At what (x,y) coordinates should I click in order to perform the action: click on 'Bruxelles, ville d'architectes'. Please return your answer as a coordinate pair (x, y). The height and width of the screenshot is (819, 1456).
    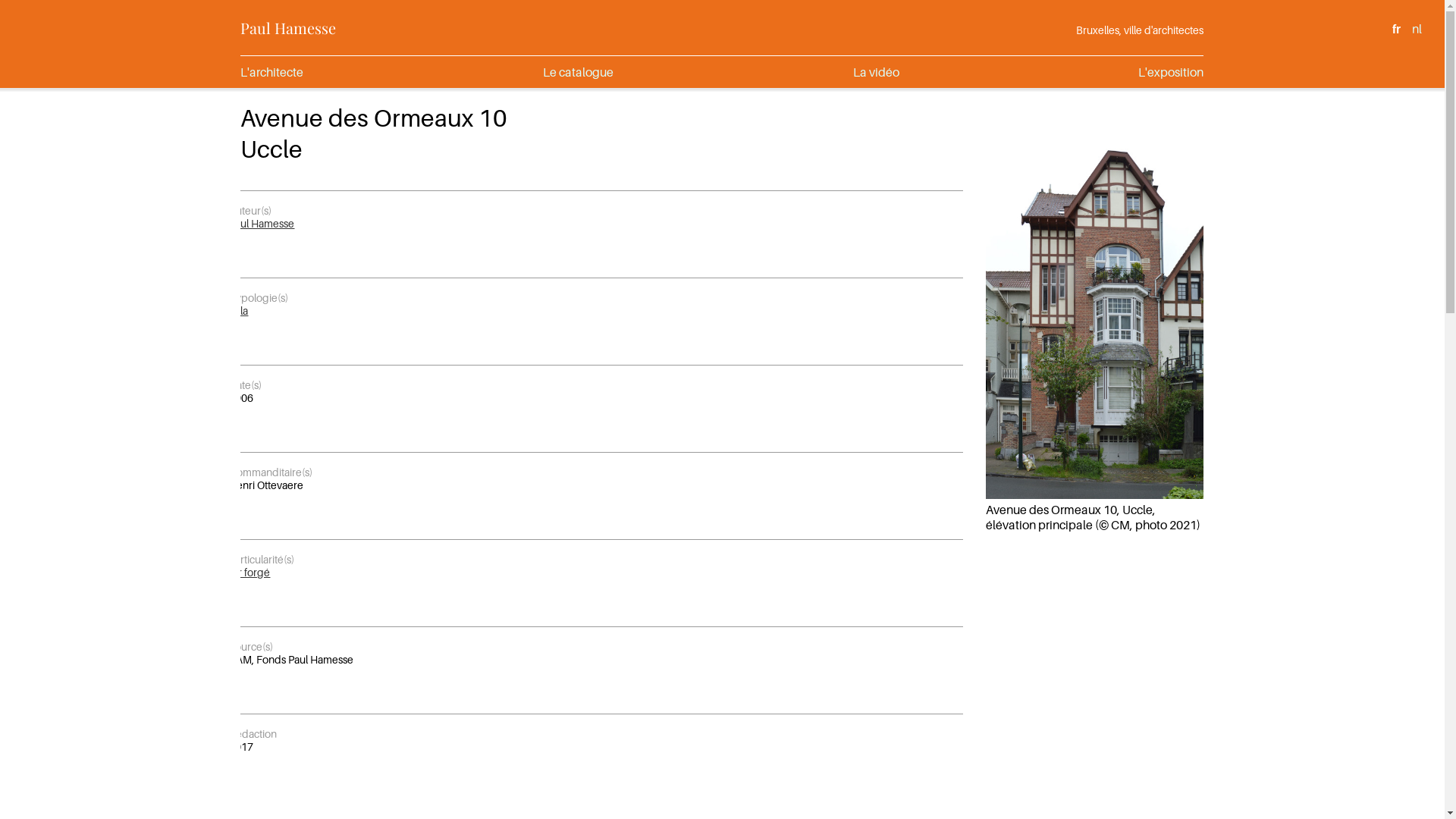
    Looking at the image, I should click on (1075, 30).